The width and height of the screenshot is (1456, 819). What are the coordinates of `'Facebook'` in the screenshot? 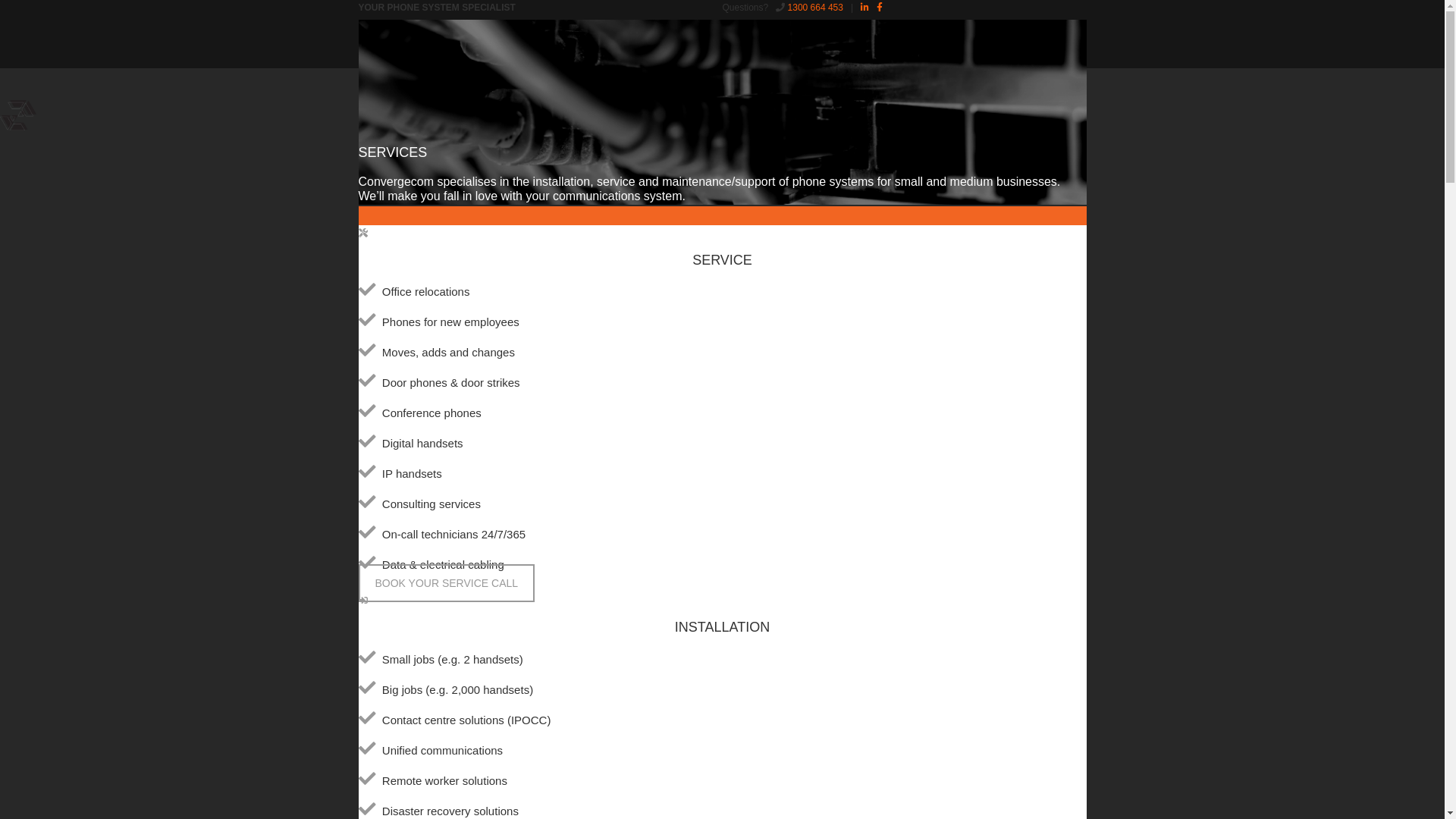 It's located at (880, 8).